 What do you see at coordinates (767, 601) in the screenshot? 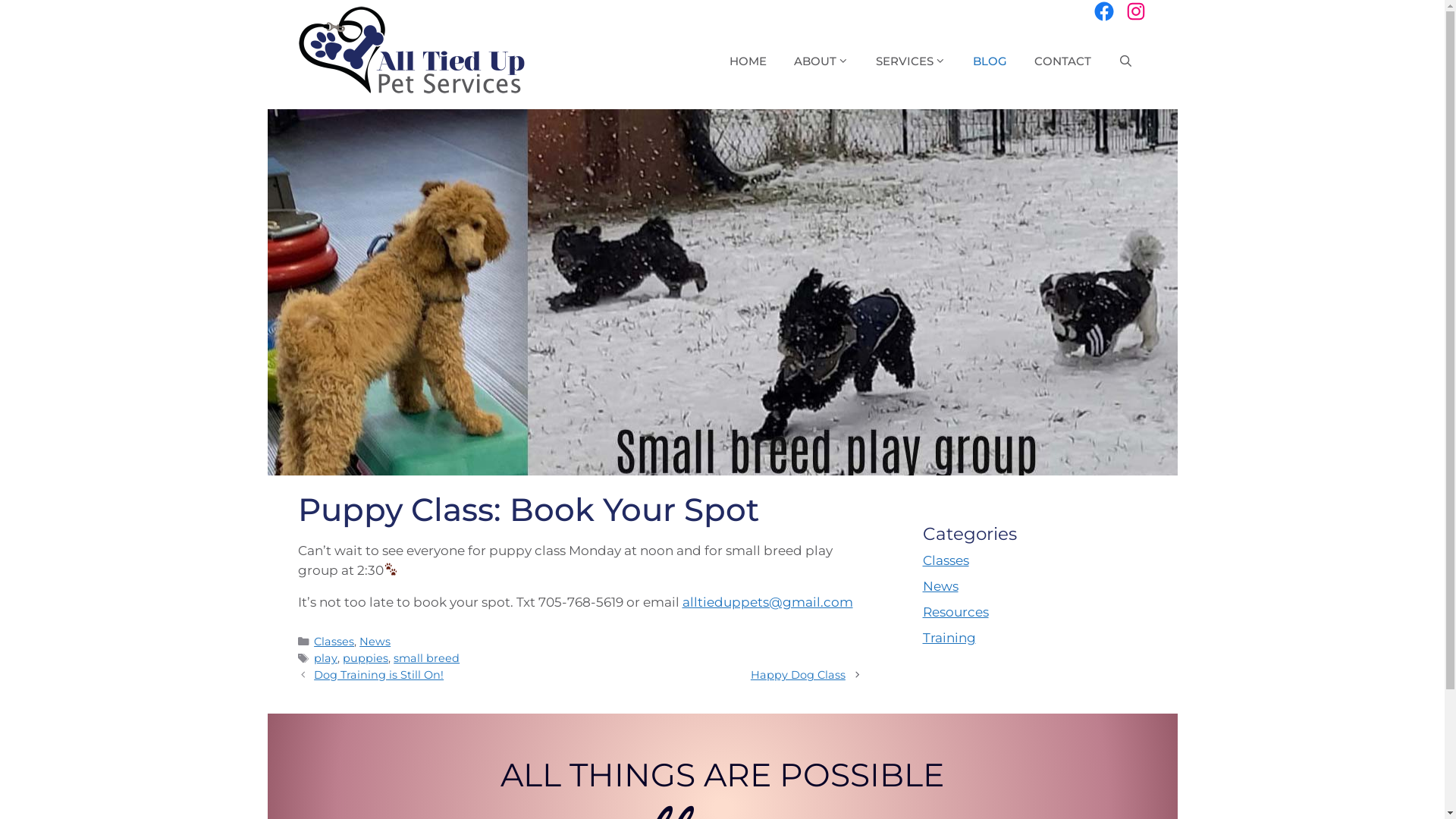
I see `'alltieduppets@gmail.com'` at bounding box center [767, 601].